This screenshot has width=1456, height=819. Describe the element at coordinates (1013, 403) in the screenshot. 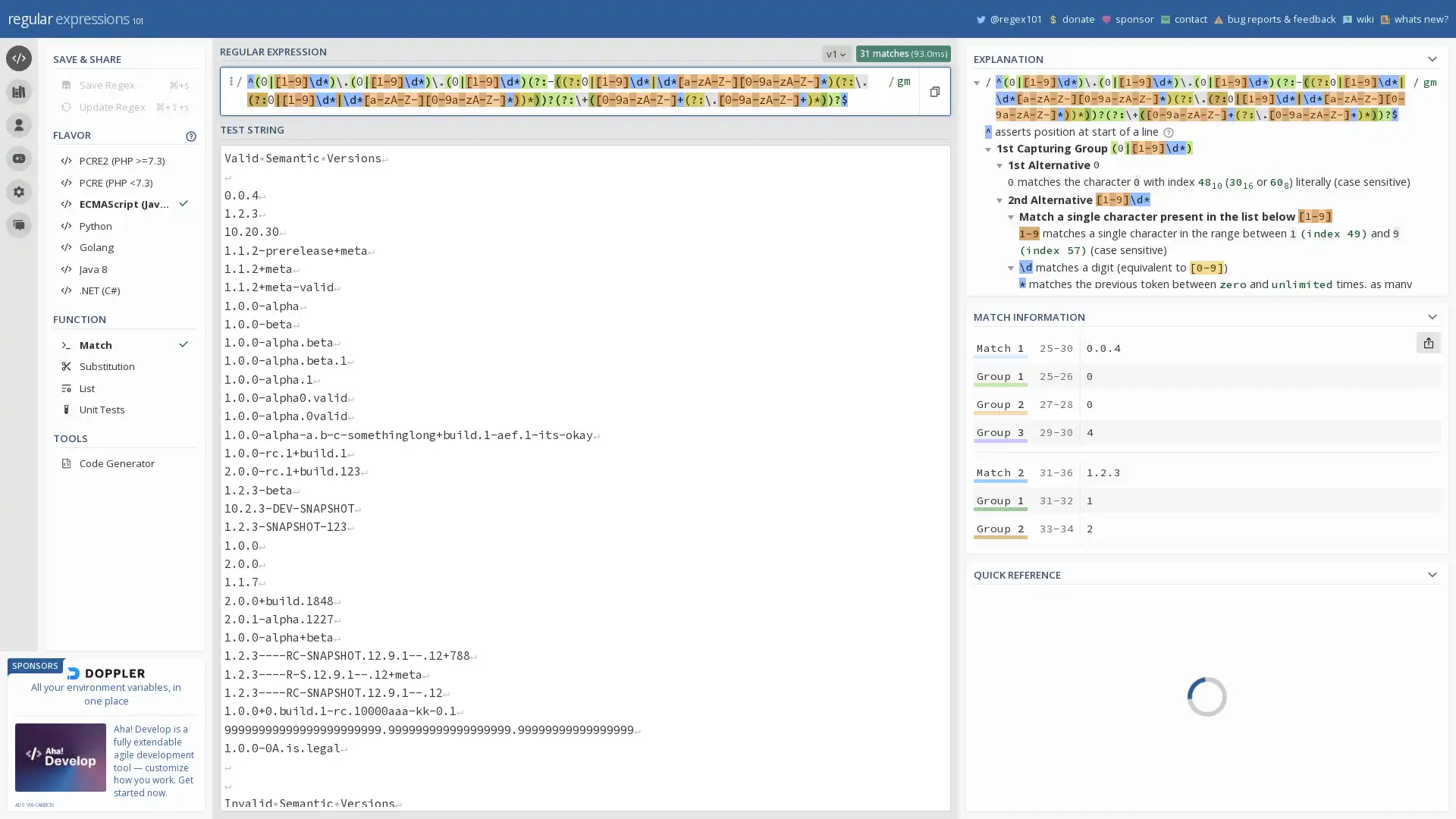

I see `Collapse Subtree` at that location.